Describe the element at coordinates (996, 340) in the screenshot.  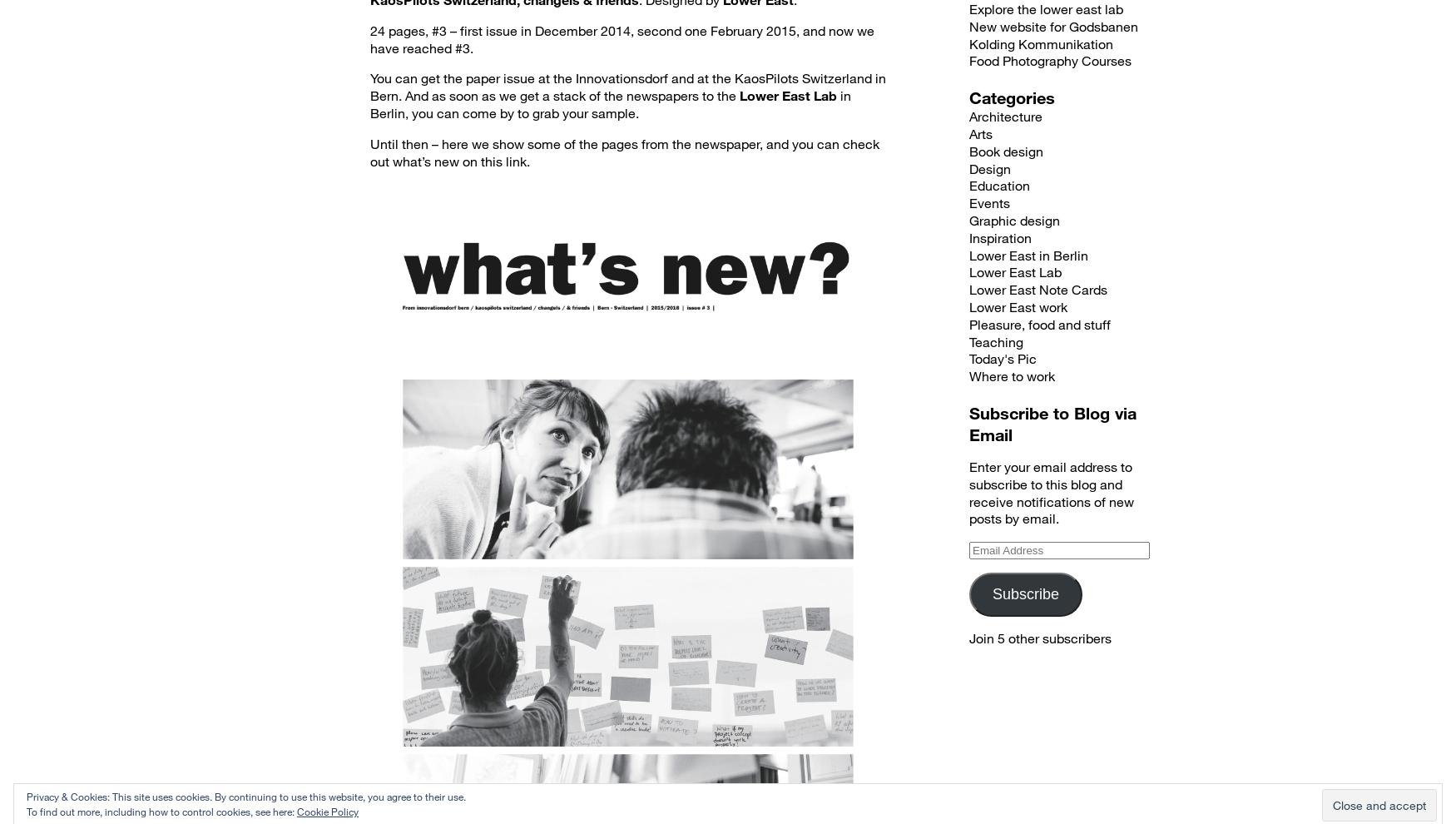
I see `'Teaching'` at that location.